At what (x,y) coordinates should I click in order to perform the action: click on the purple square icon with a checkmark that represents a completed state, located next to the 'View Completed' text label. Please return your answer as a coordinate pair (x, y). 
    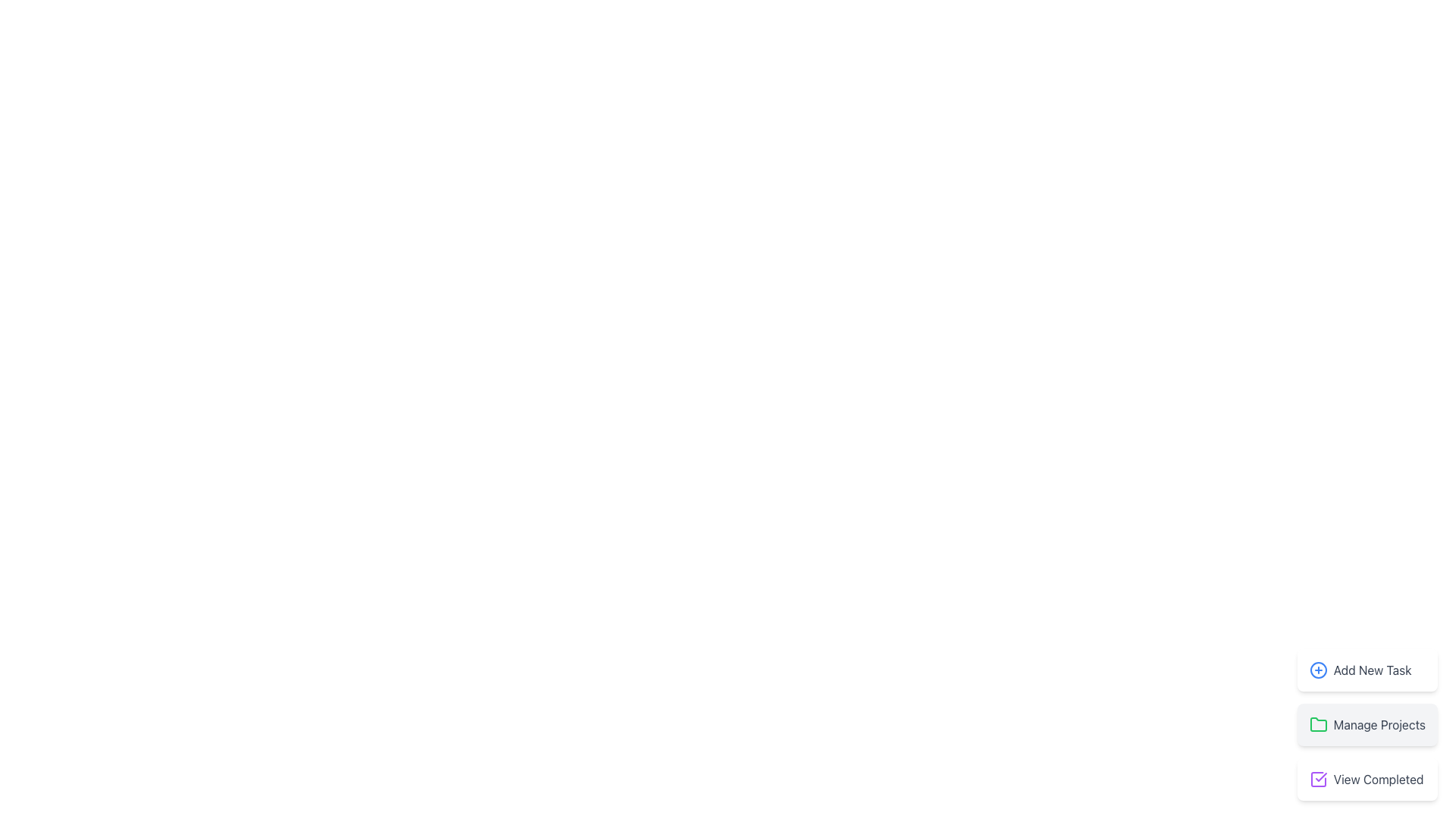
    Looking at the image, I should click on (1317, 780).